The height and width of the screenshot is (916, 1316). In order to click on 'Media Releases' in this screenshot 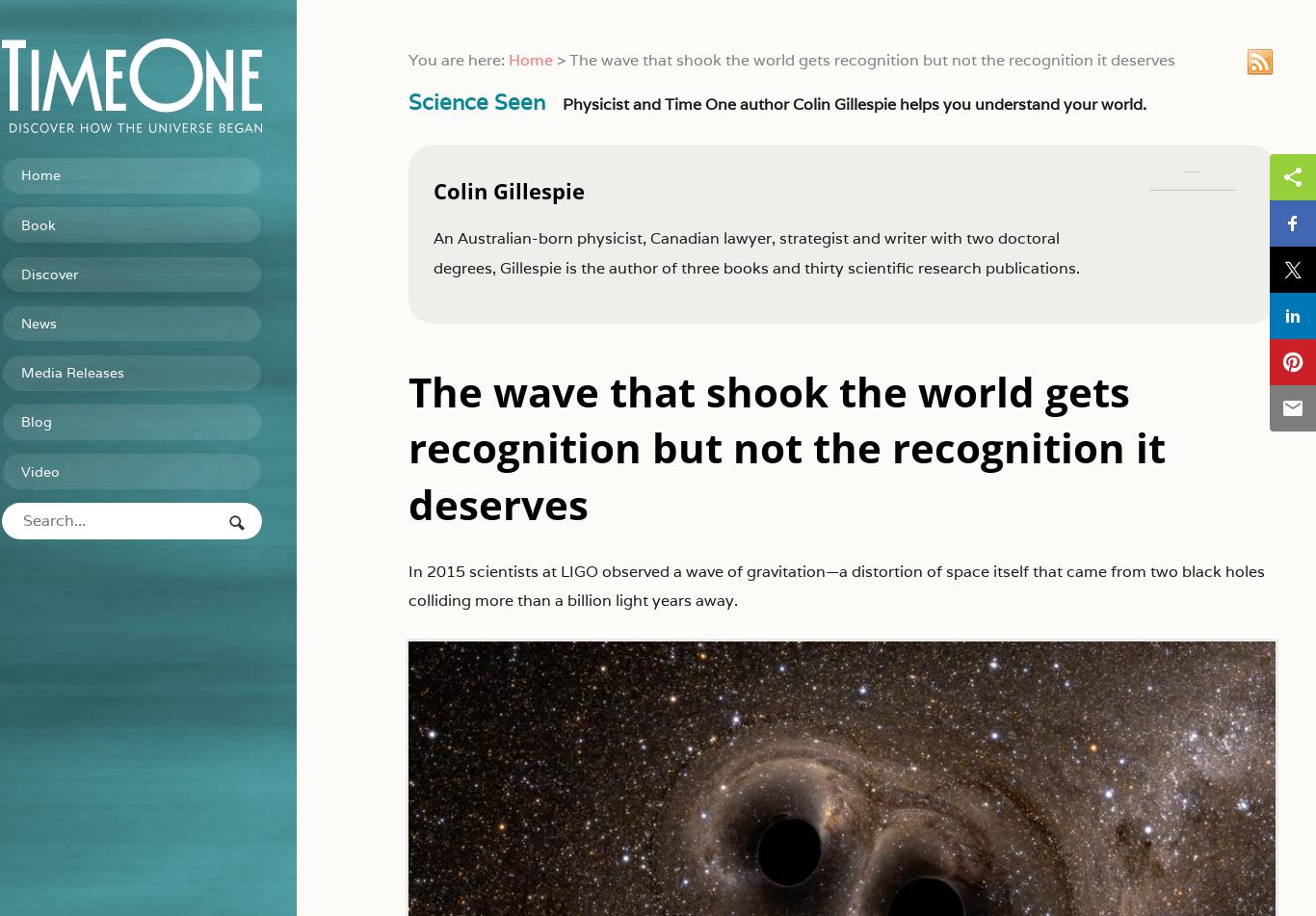, I will do `click(104, 364)`.